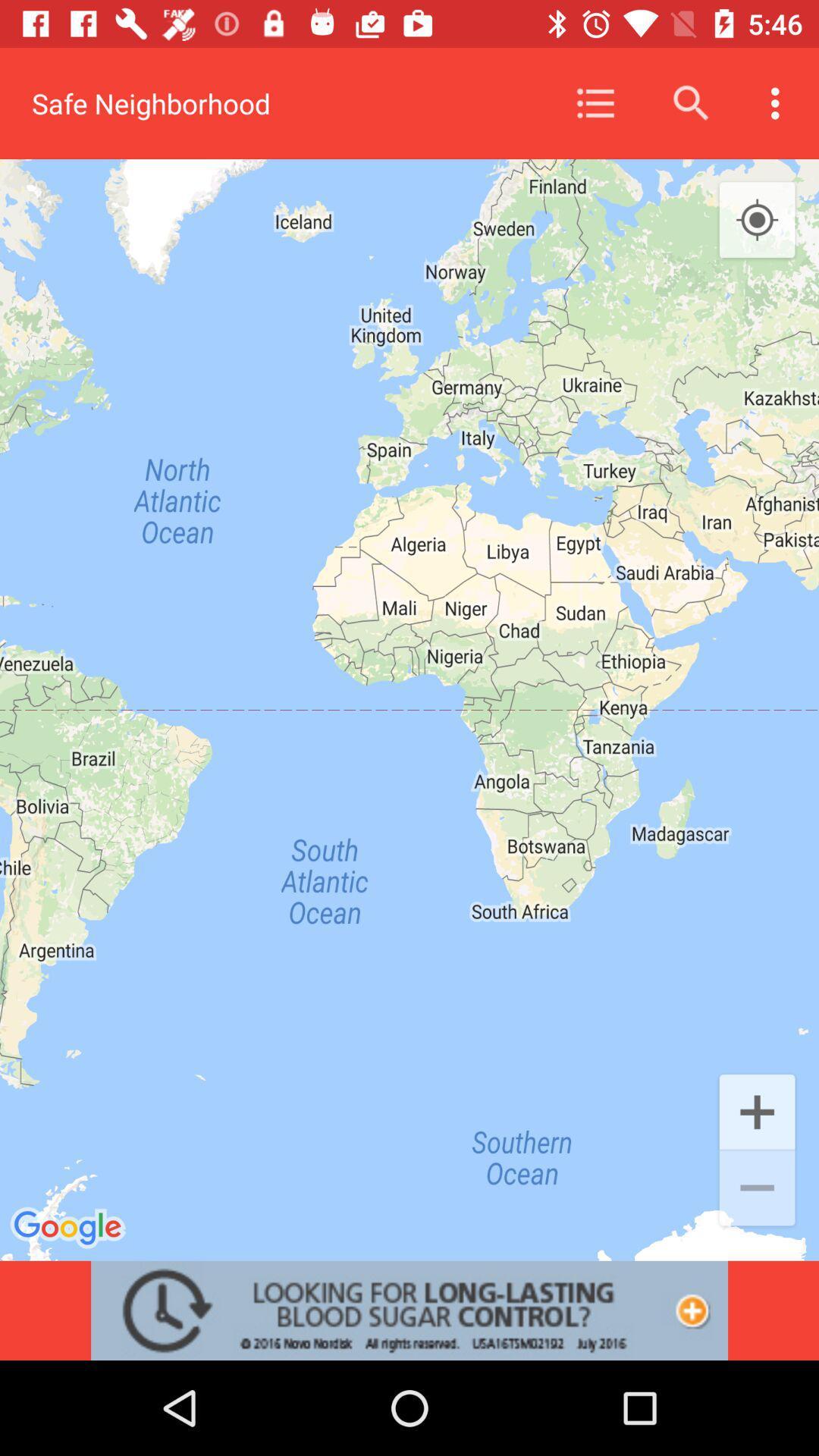  I want to click on advertising, so click(409, 1310).